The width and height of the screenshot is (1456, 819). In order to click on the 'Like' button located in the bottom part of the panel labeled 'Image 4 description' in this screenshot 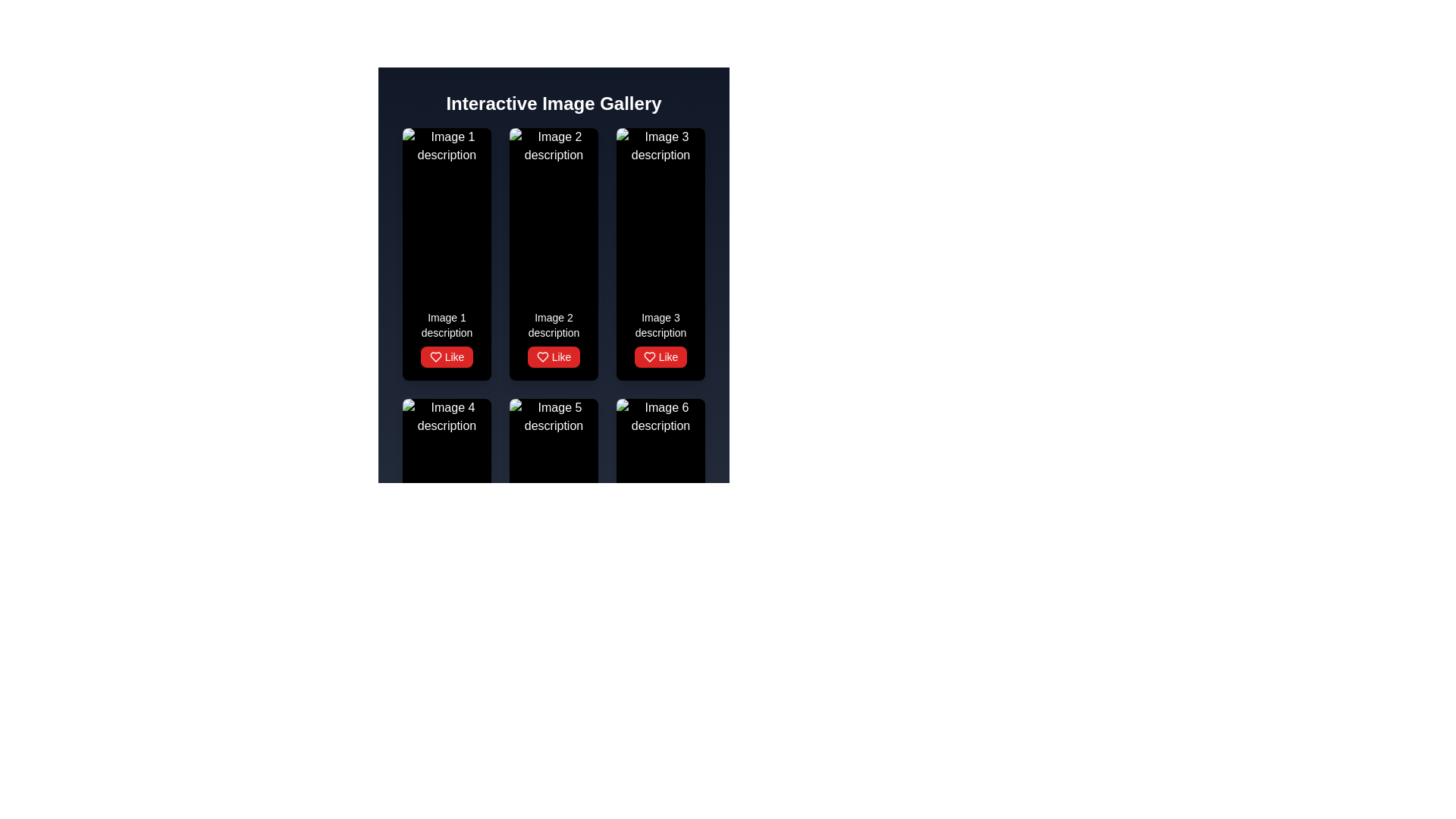, I will do `click(446, 628)`.